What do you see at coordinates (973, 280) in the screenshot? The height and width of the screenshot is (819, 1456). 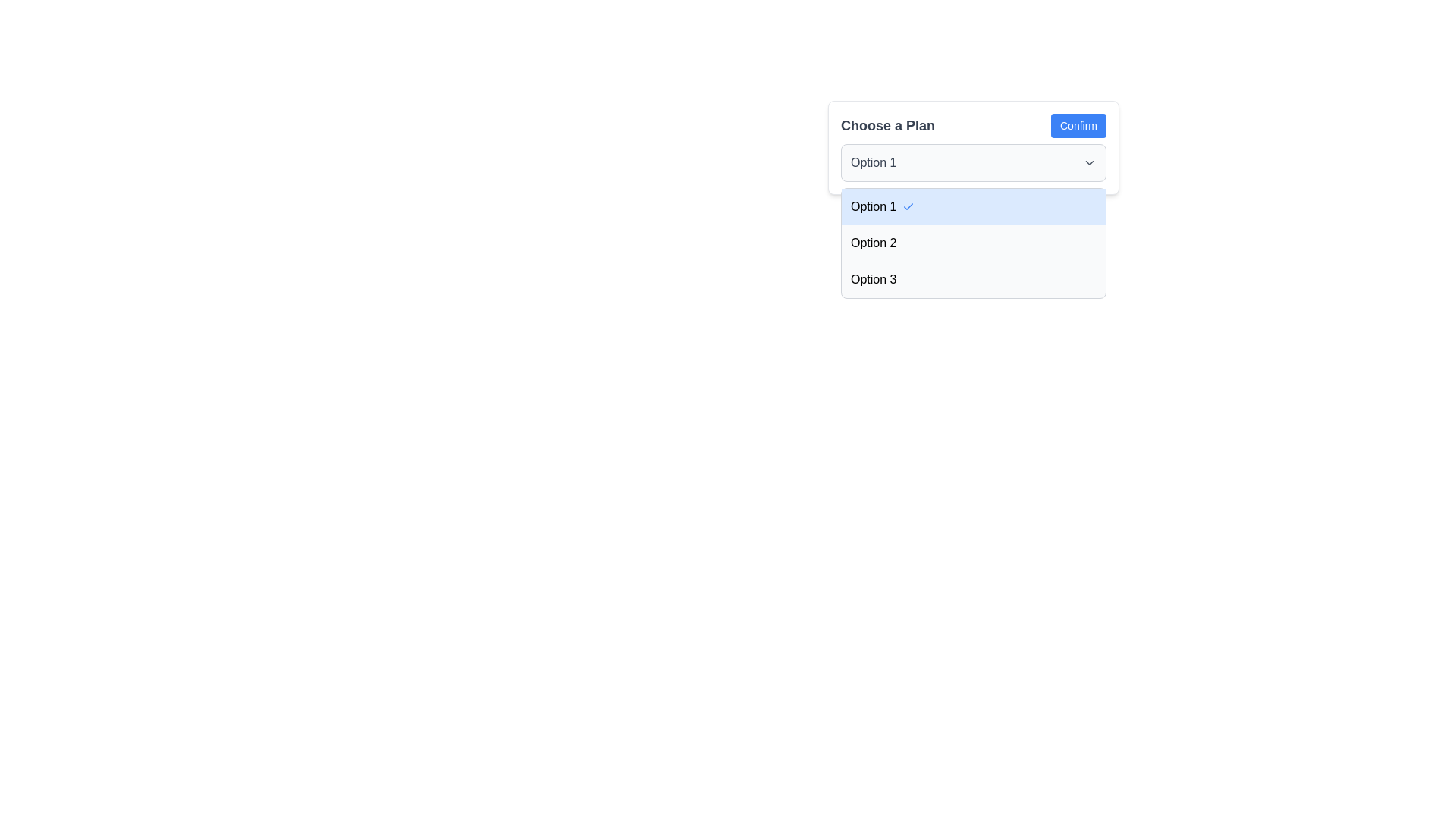 I see `the third selectable option in the dropdown menu labeled 'Option 3'` at bounding box center [973, 280].